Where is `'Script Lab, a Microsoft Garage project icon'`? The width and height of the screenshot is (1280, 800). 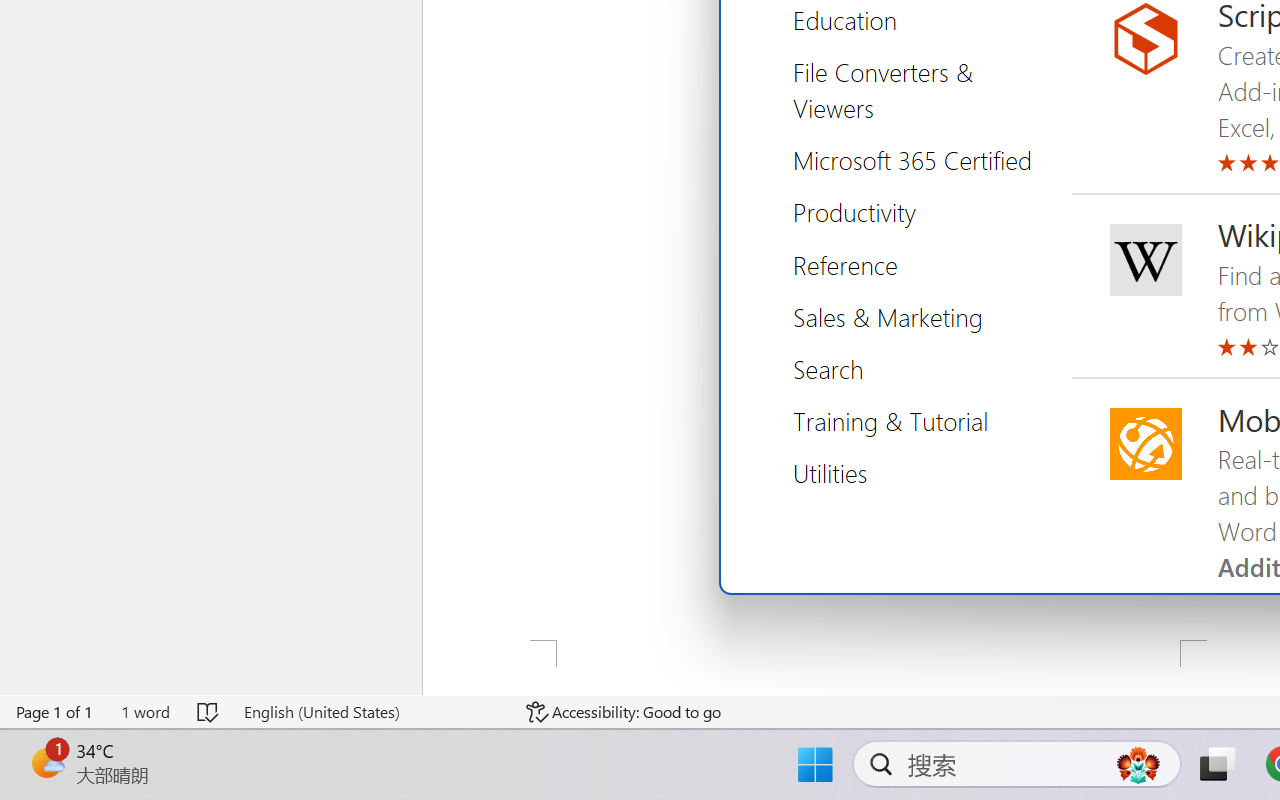 'Script Lab, a Microsoft Garage project icon' is located at coordinates (1145, 38).